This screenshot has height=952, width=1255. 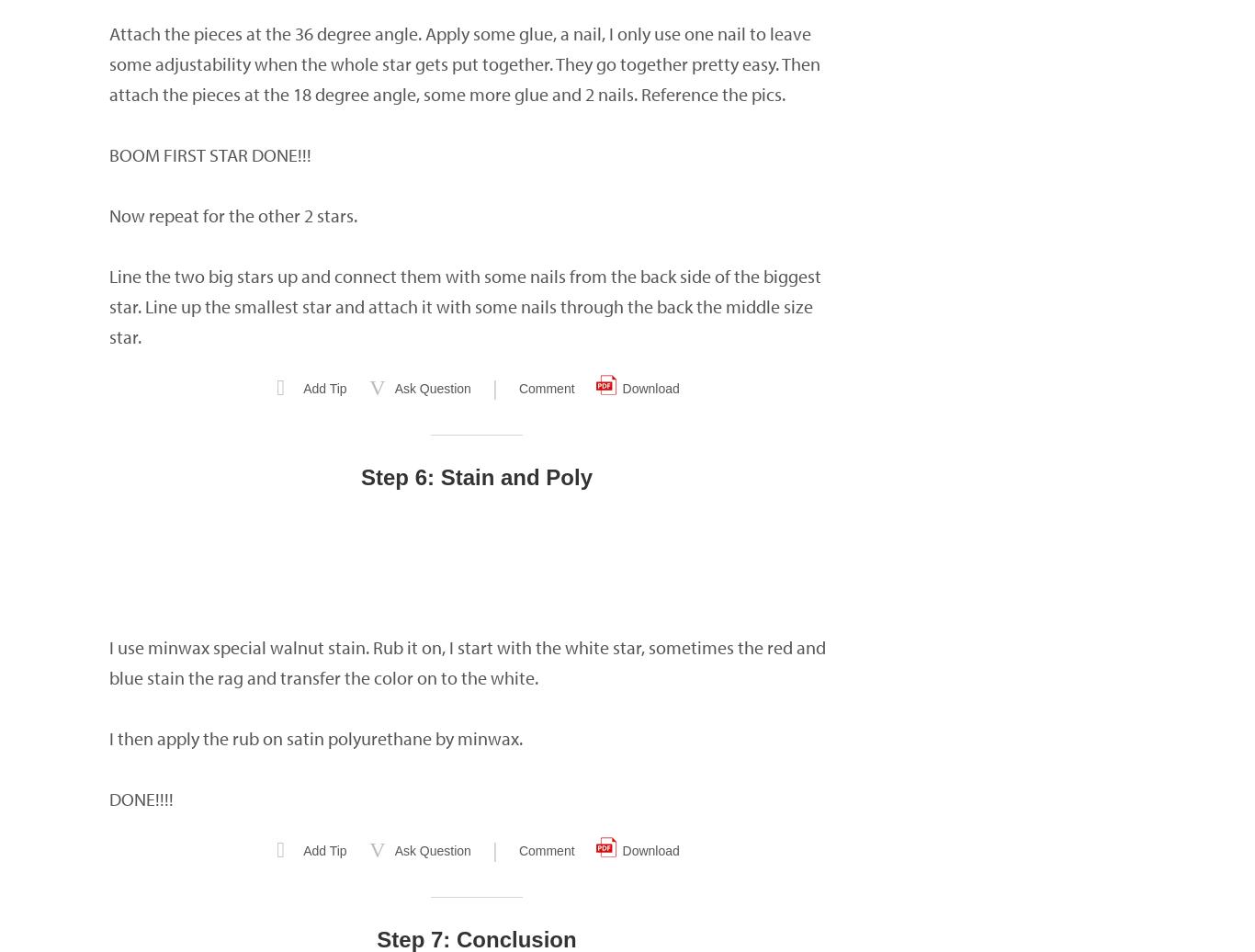 I want to click on 'Step 7: Conclusion', so click(x=476, y=939).